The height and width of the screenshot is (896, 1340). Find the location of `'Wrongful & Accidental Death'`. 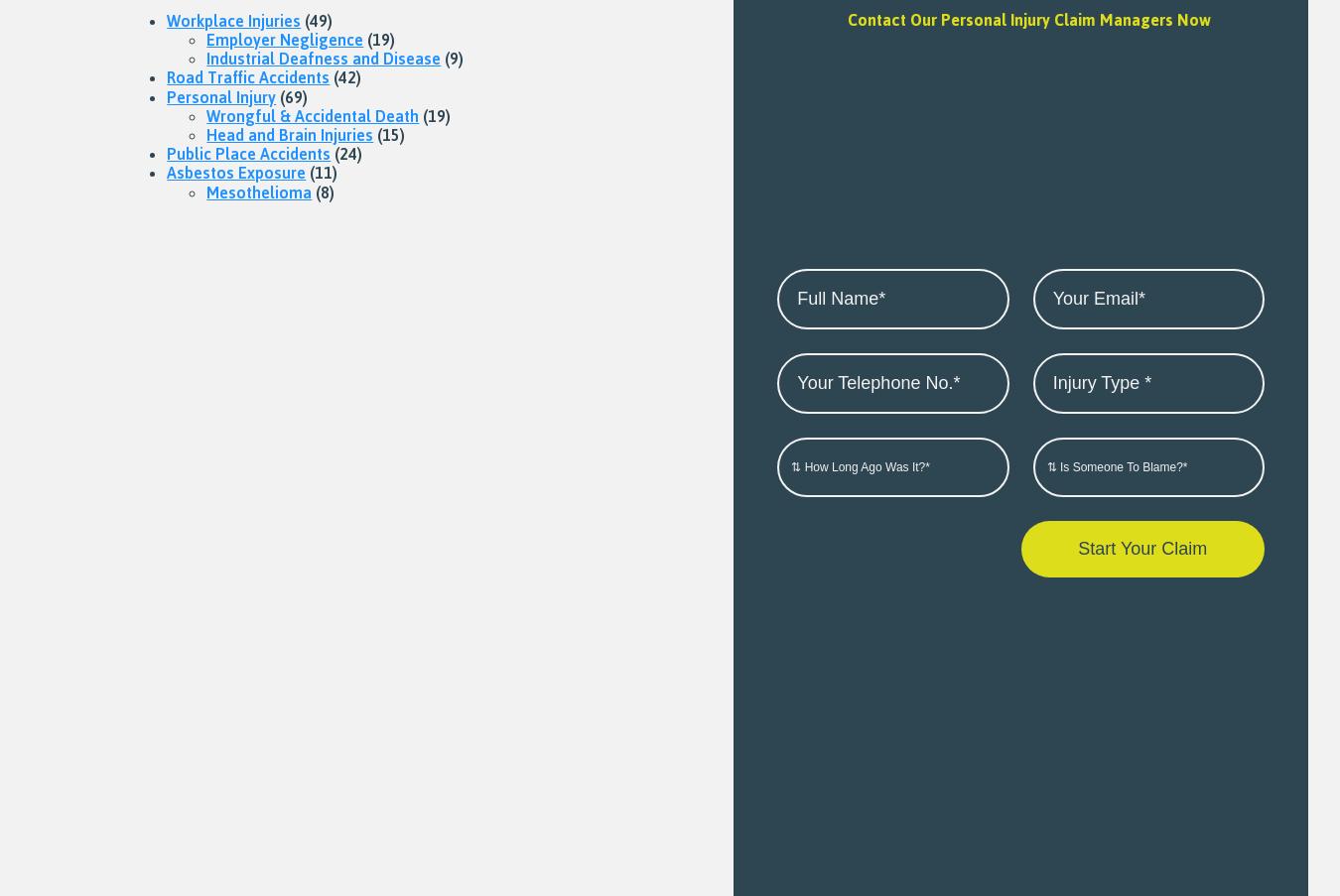

'Wrongful & Accidental Death' is located at coordinates (311, 115).